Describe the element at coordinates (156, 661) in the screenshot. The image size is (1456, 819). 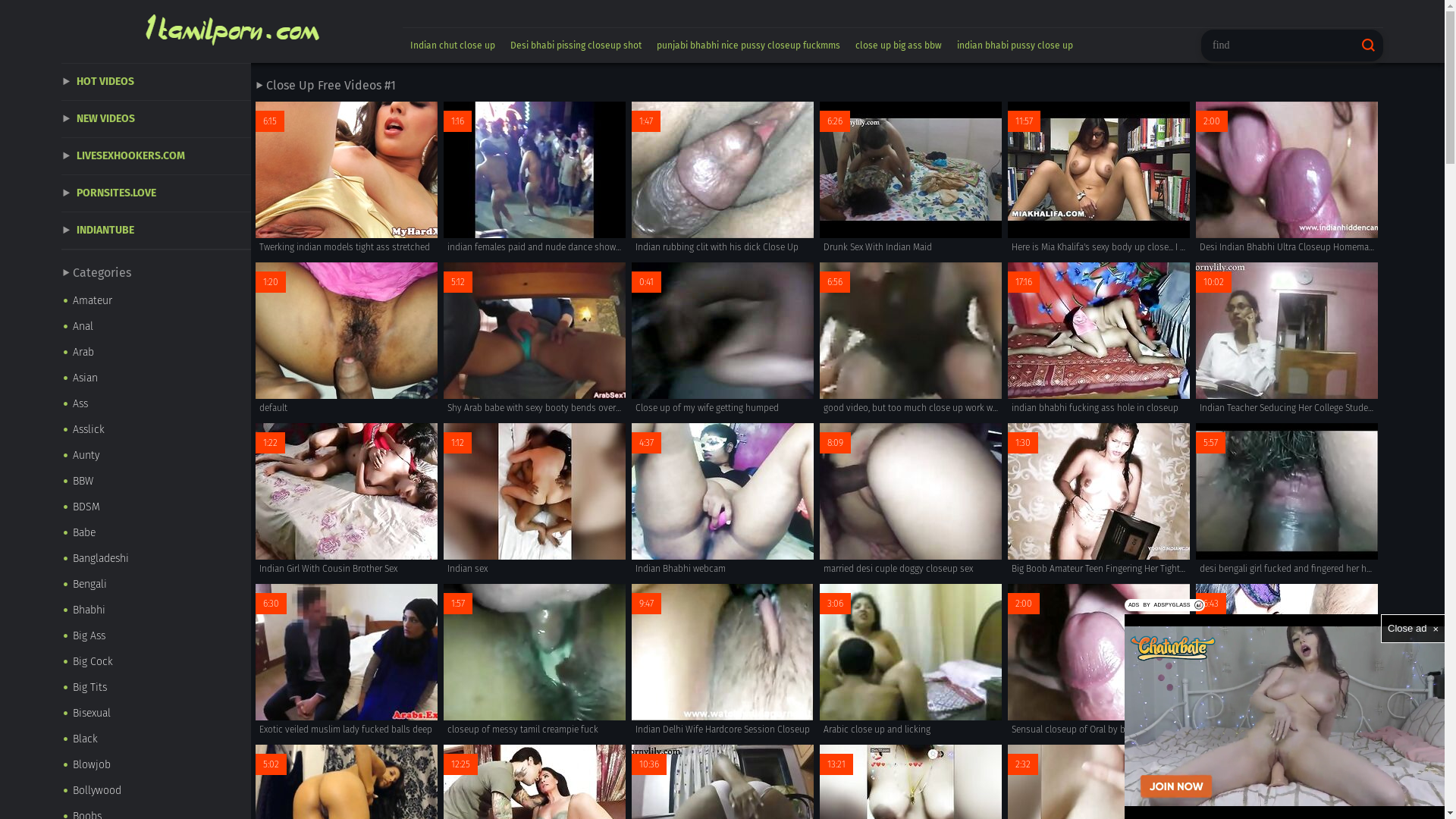
I see `'Big Cock'` at that location.